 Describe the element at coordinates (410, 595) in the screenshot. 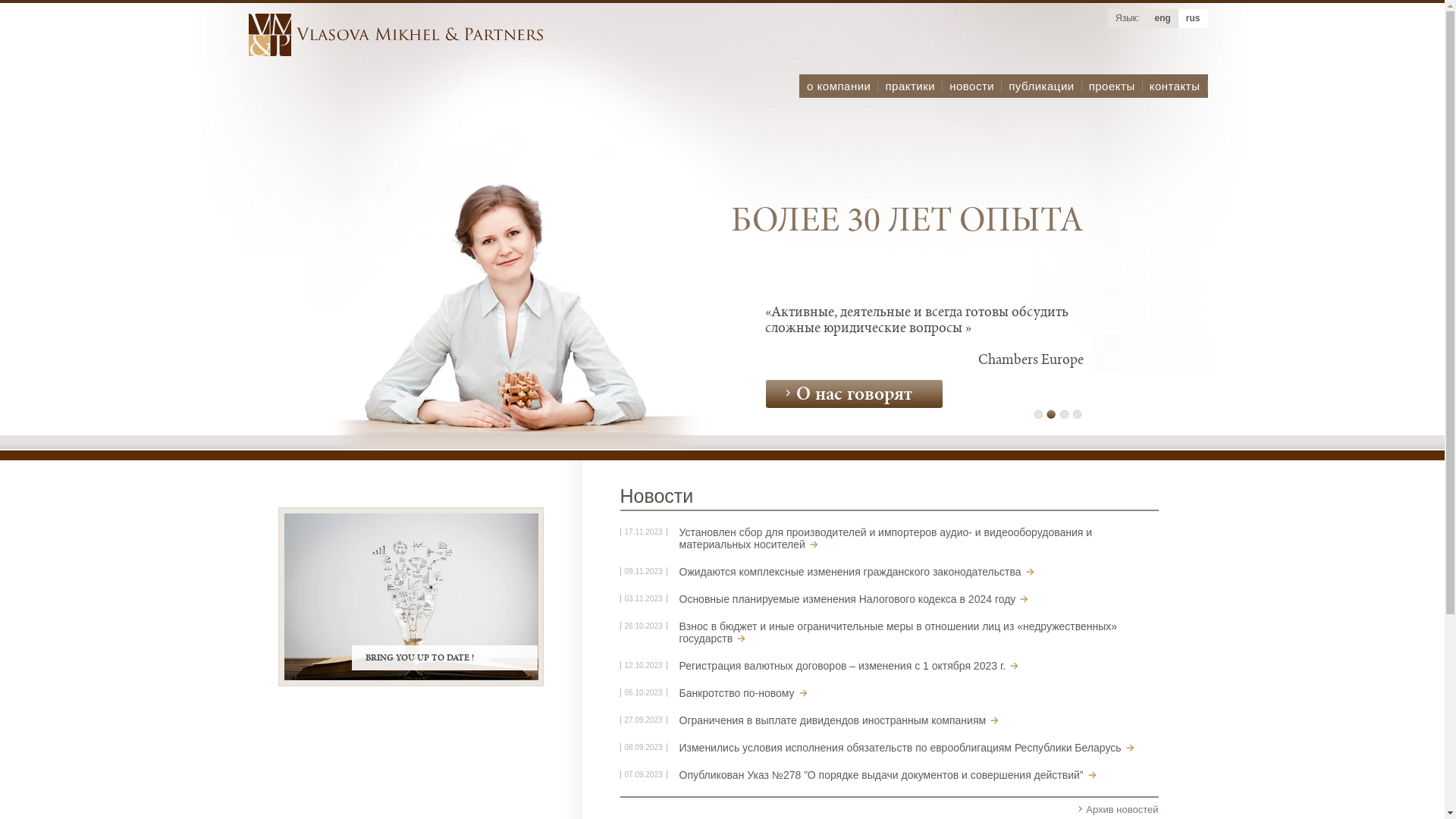

I see `'BRING YOU UP TO DATE !'` at that location.